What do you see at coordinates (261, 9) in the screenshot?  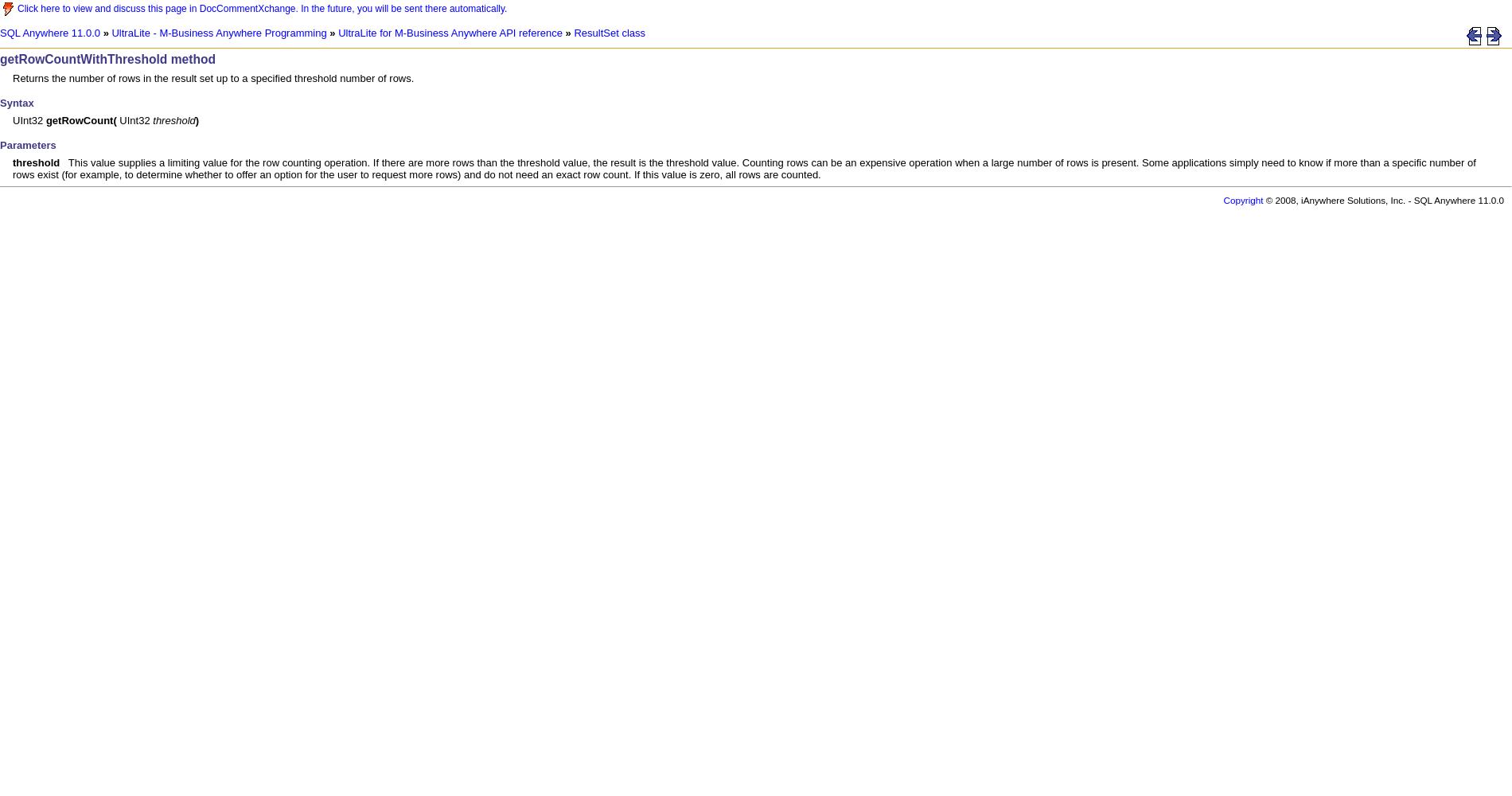 I see `'Click here to view and discuss this page in DocCommentXchange. In the future, you will be sent there automatically.'` at bounding box center [261, 9].